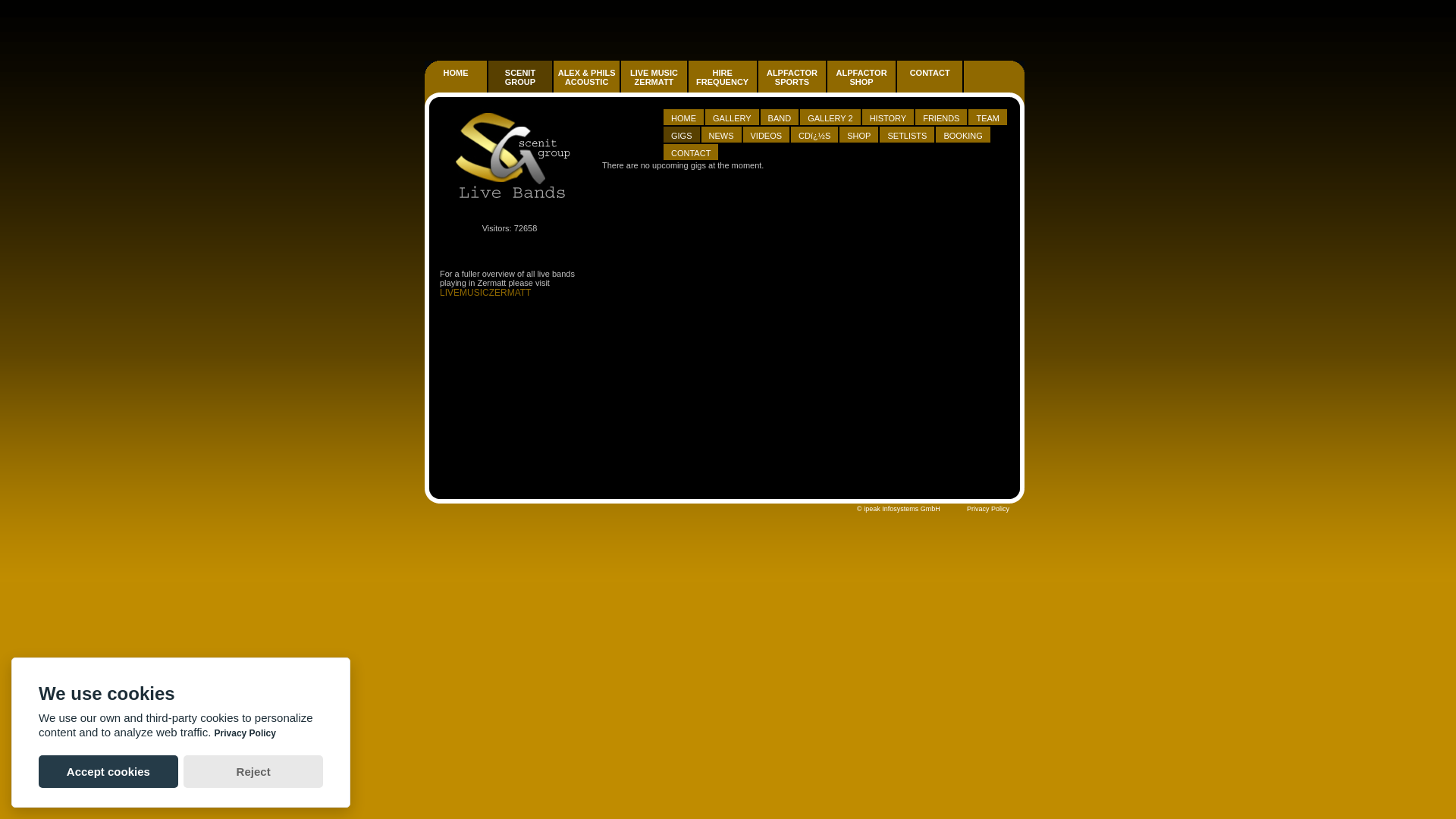 Image resolution: width=1456 pixels, height=819 pixels. What do you see at coordinates (245, 733) in the screenshot?
I see `'Privacy Policy'` at bounding box center [245, 733].